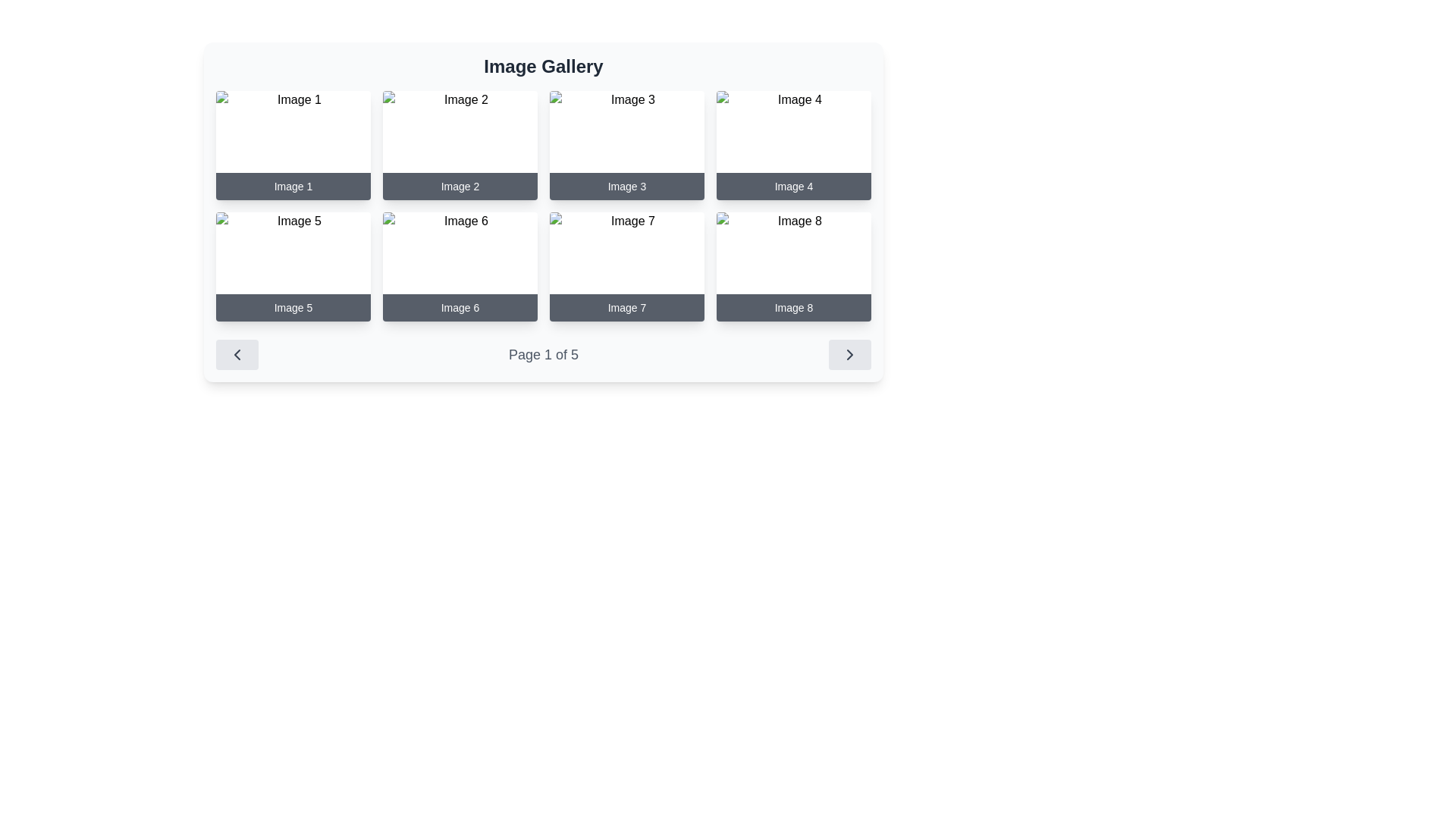 The height and width of the screenshot is (819, 1456). I want to click on the text label or caption with the white text reading 'Image 4' located in the top row, fourth column of the grid, which has a dark gray background, so click(792, 186).